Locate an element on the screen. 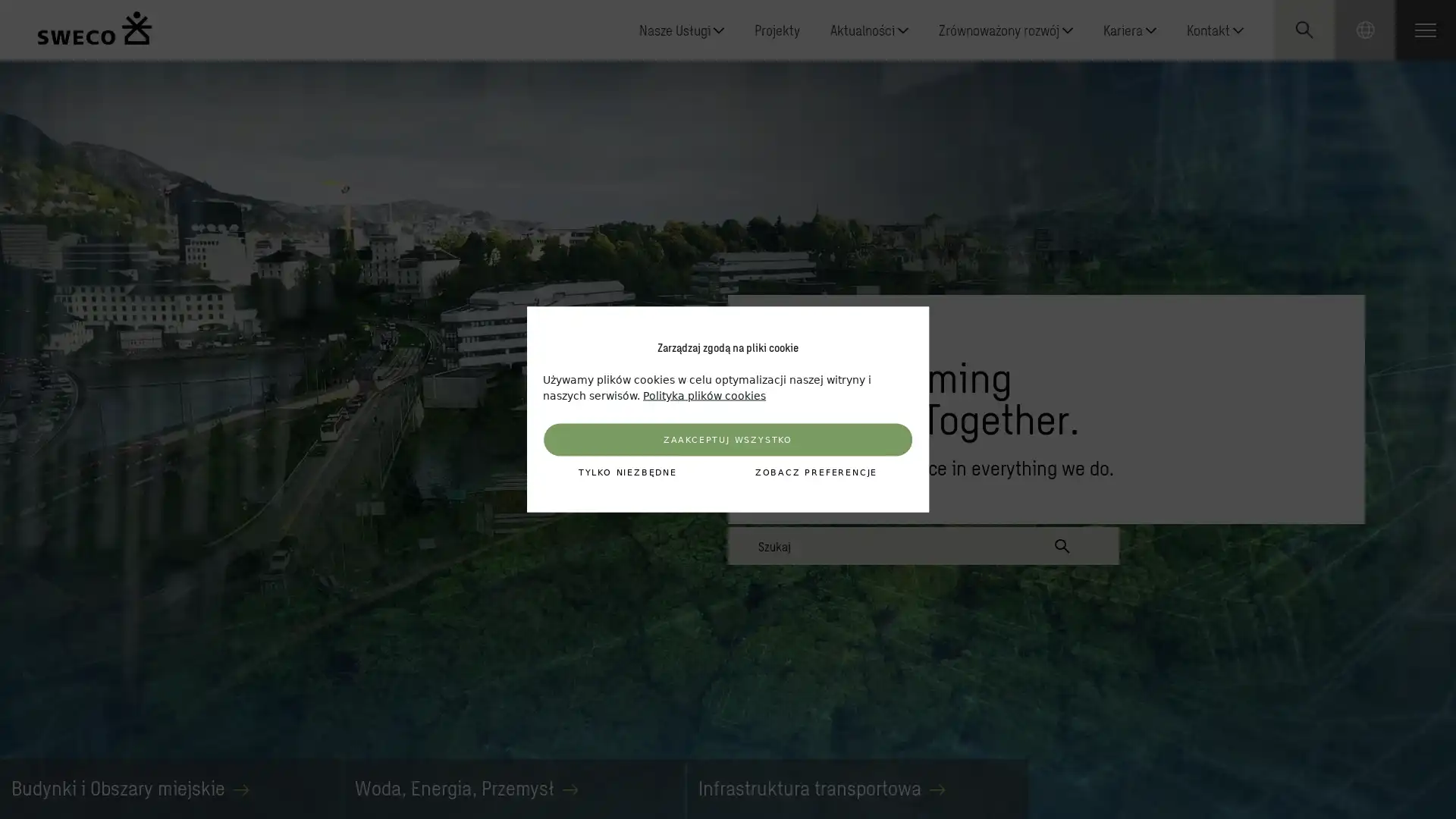  TYLKO NIEZBEDNE is located at coordinates (626, 472).